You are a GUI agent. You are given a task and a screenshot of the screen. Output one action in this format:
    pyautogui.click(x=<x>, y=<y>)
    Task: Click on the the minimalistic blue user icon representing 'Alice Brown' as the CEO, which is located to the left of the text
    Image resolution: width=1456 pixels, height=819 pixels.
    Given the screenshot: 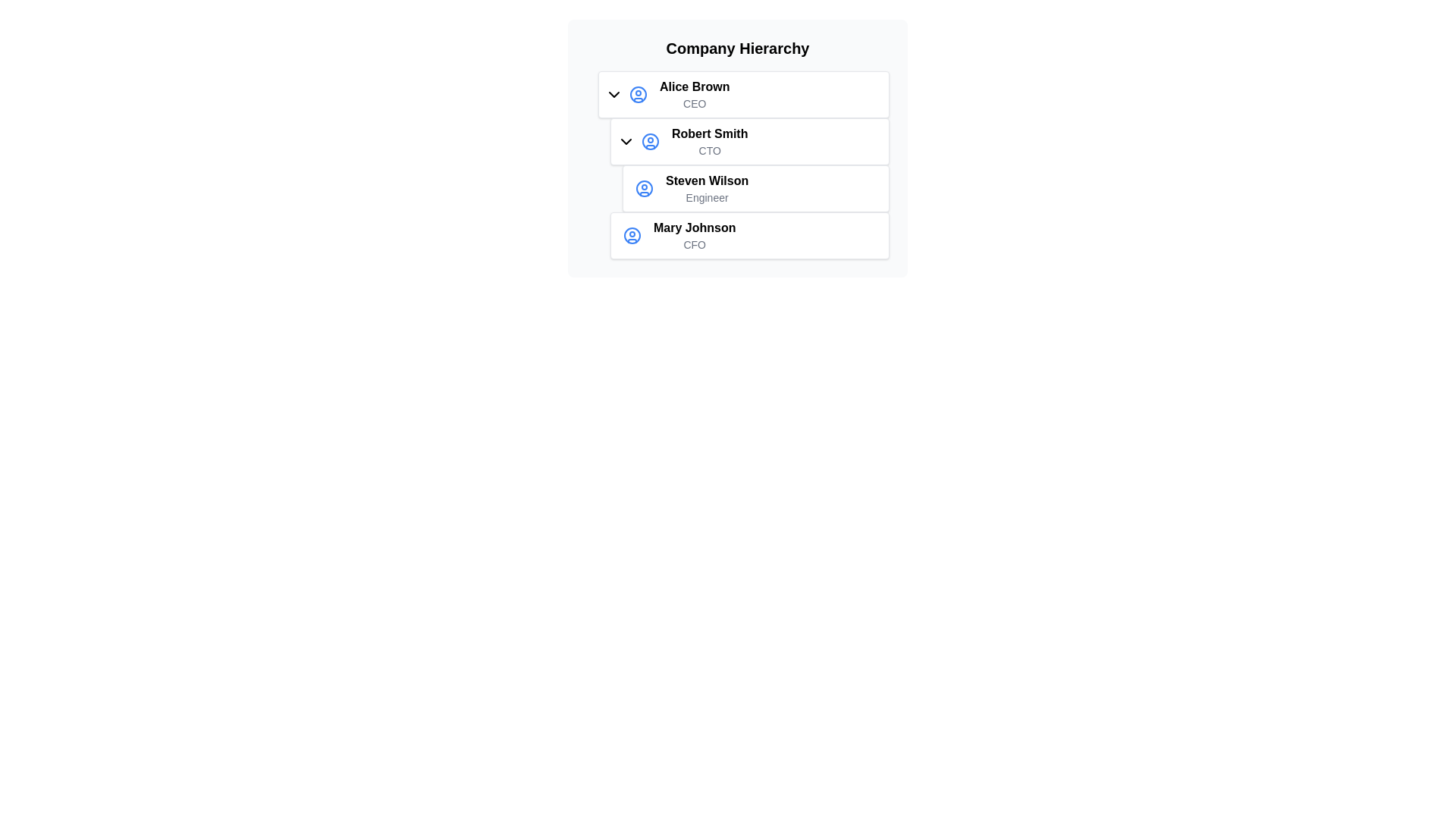 What is the action you would take?
    pyautogui.click(x=638, y=94)
    